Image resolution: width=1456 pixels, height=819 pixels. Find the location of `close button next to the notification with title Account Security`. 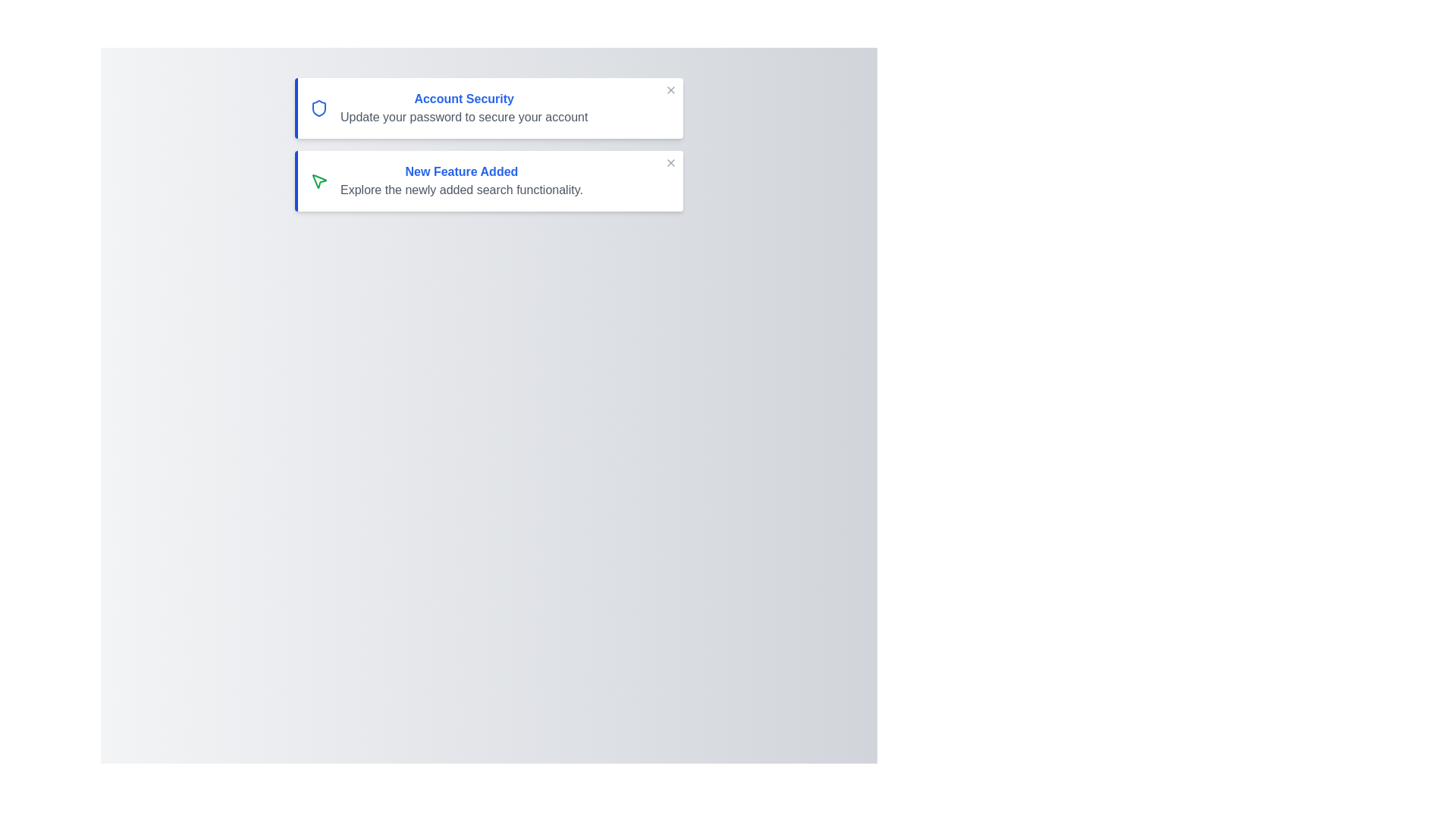

close button next to the notification with title Account Security is located at coordinates (670, 90).